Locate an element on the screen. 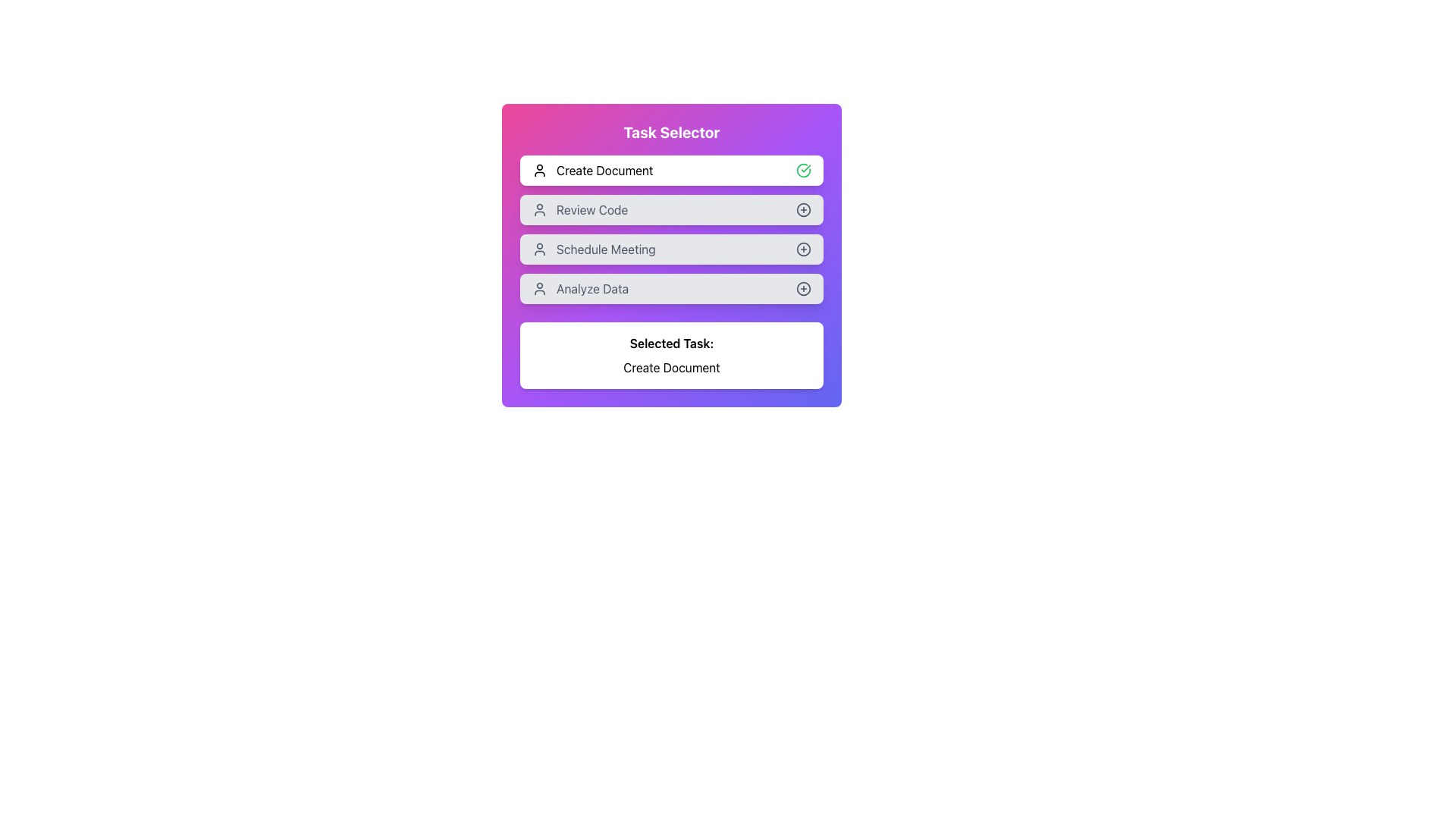  the button located to the right of the 'Review Code' text button in the task selector UI is located at coordinates (803, 210).